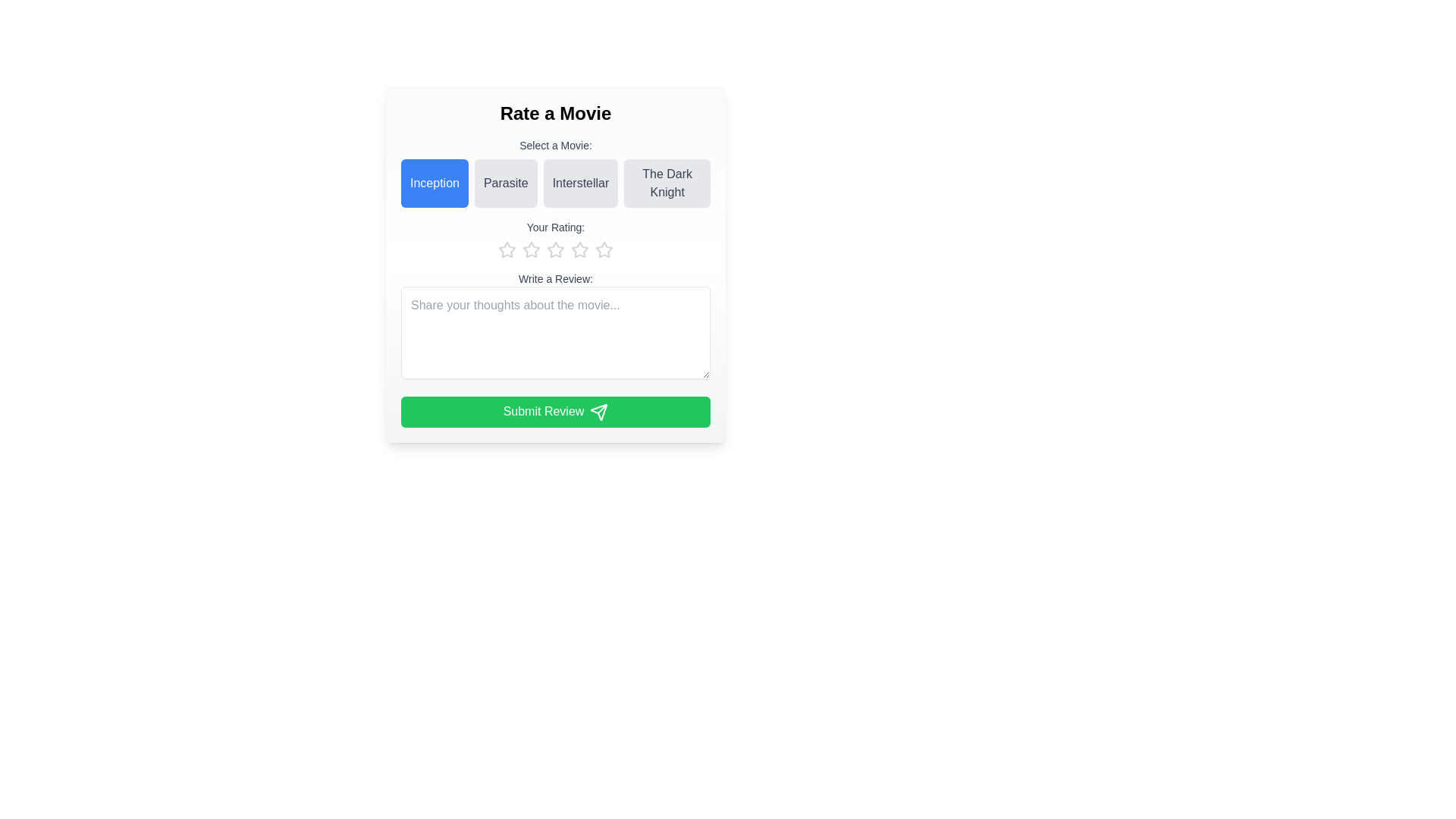  Describe the element at coordinates (580, 183) in the screenshot. I see `the 'Interstellar' button, which has a light gray background and is the third button in a row of four` at that location.